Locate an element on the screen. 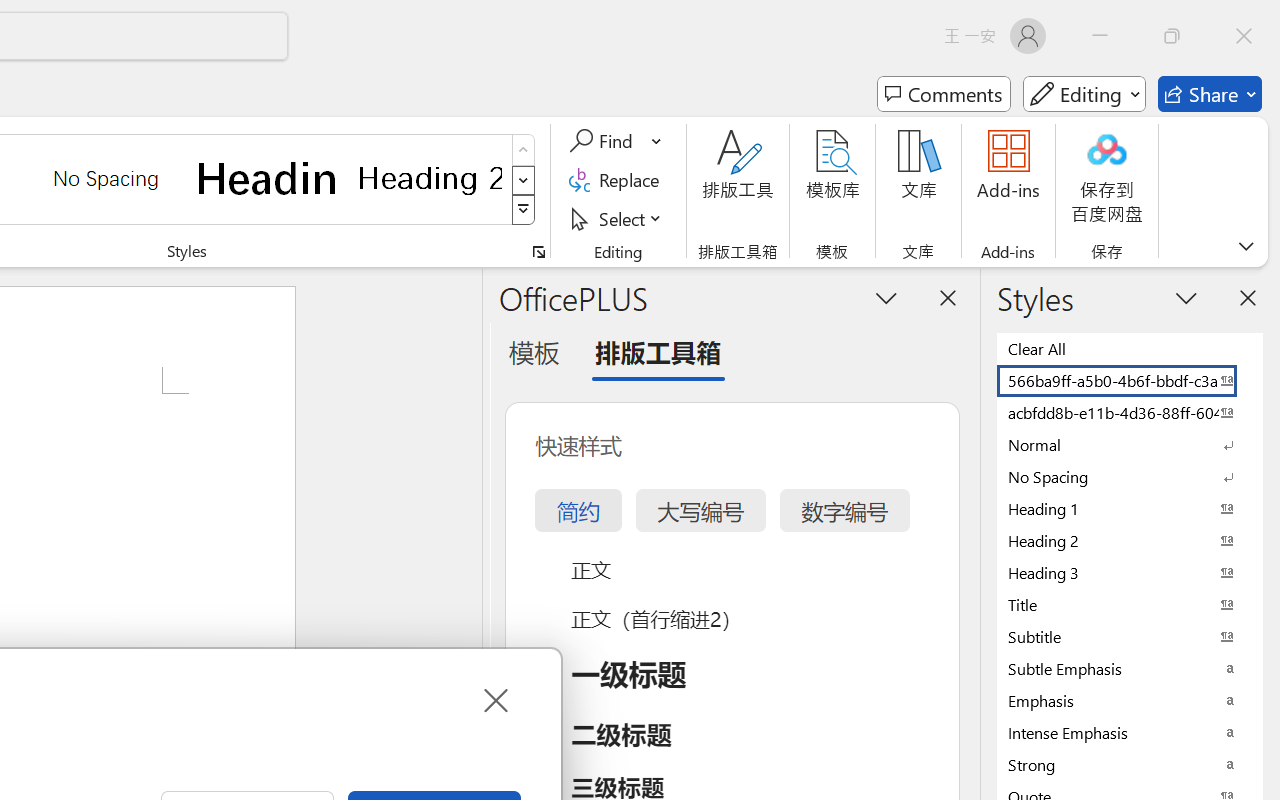  'Clear All' is located at coordinates (1130, 348).